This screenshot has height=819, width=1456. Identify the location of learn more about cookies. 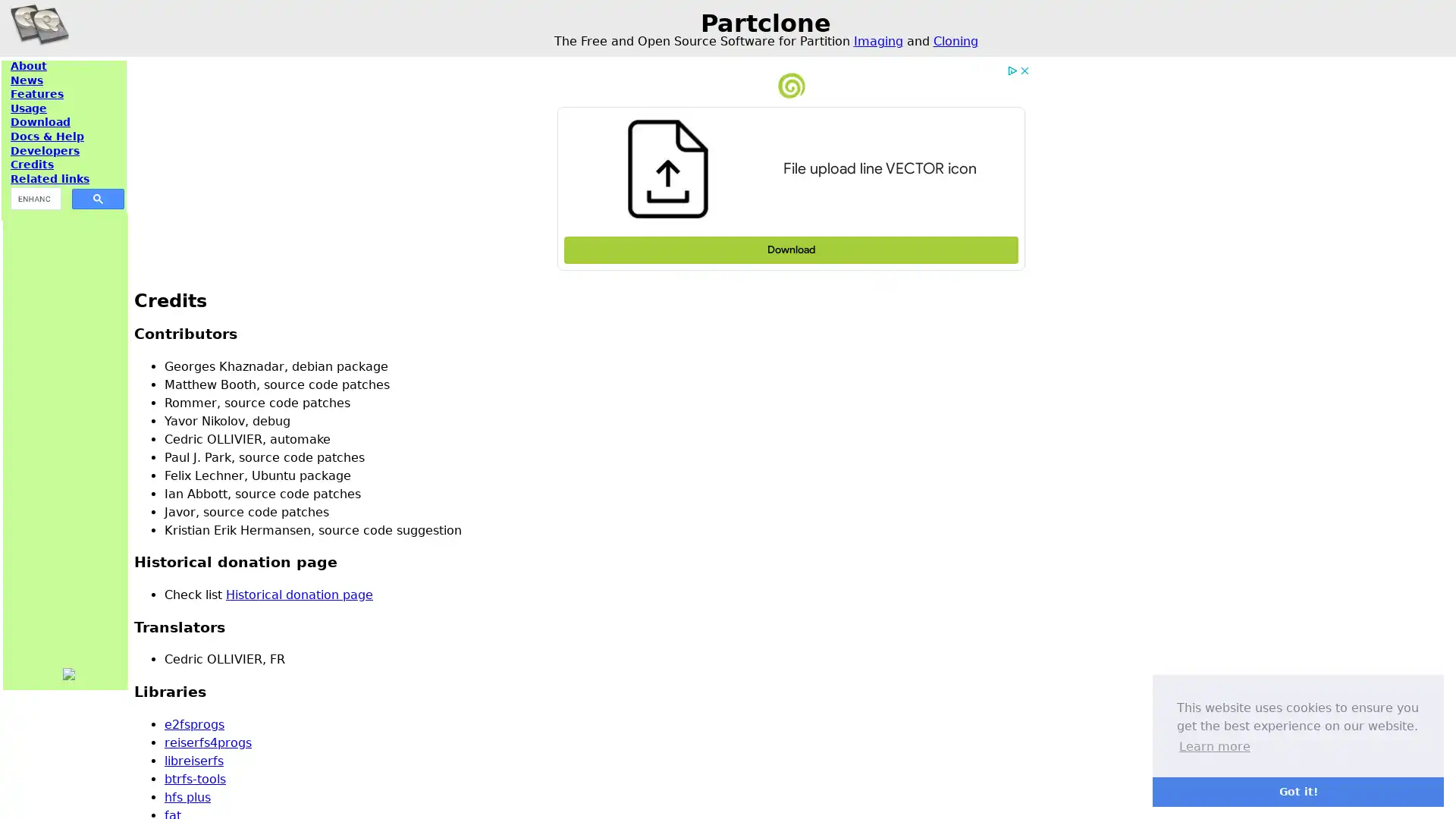
(1215, 745).